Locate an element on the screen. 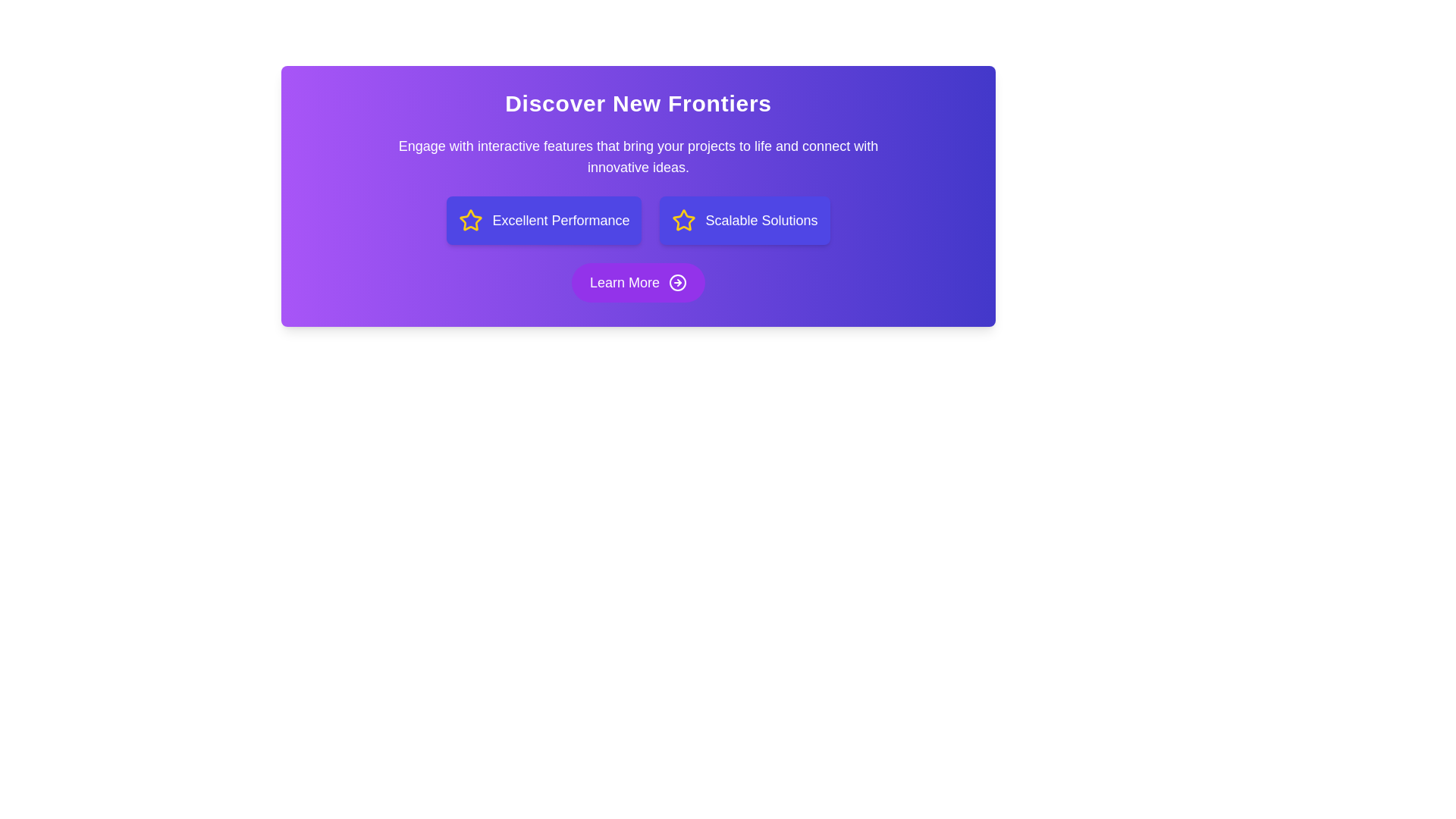 The width and height of the screenshot is (1456, 819). the star icon located on the left side inside the blue card labeled 'Excellent Performance', which is positioned in the top-left corner beneath the heading 'Discover New Frontiers' is located at coordinates (470, 220).